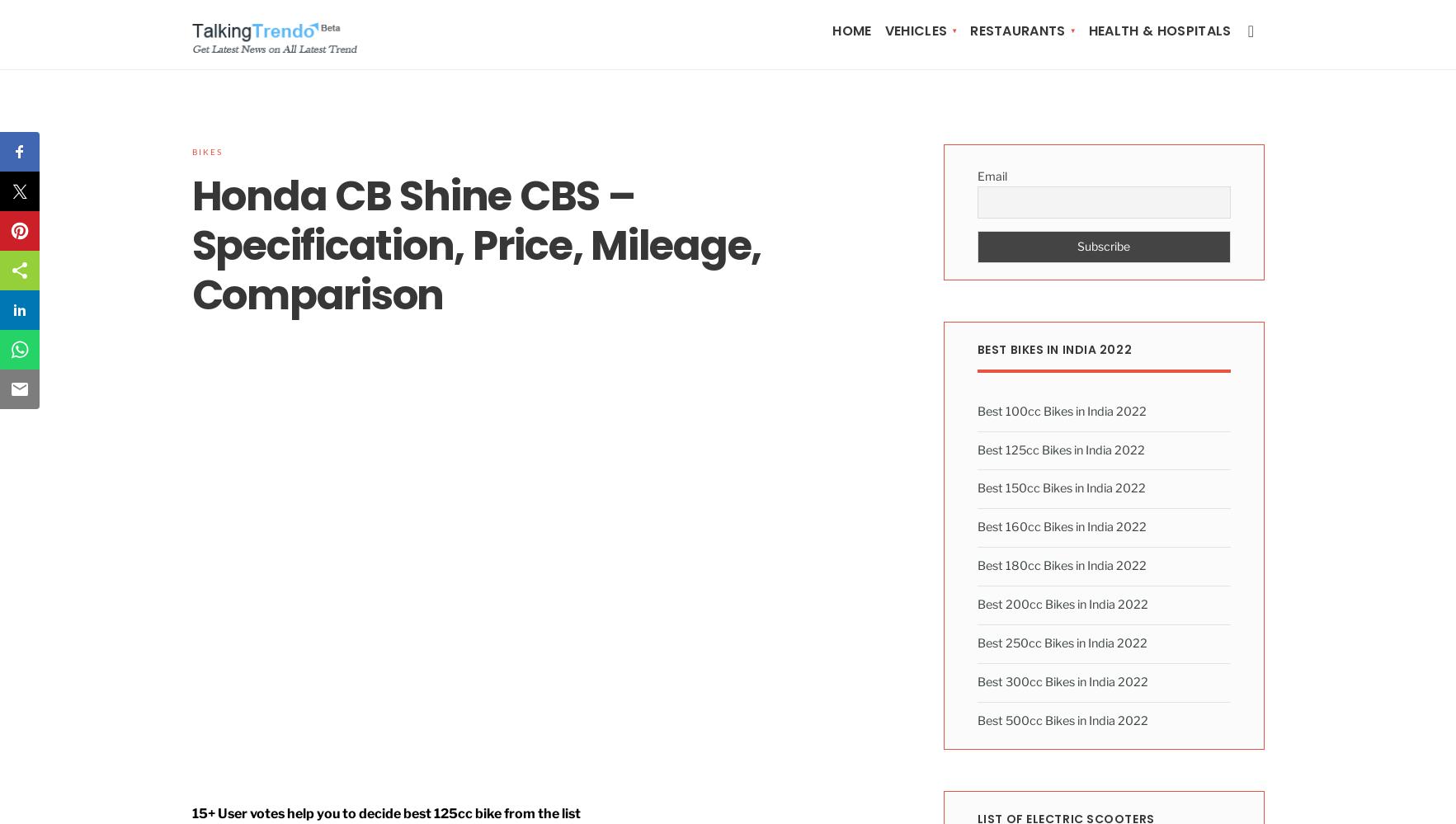 The height and width of the screenshot is (824, 1456). Describe the element at coordinates (991, 175) in the screenshot. I see `'Email'` at that location.